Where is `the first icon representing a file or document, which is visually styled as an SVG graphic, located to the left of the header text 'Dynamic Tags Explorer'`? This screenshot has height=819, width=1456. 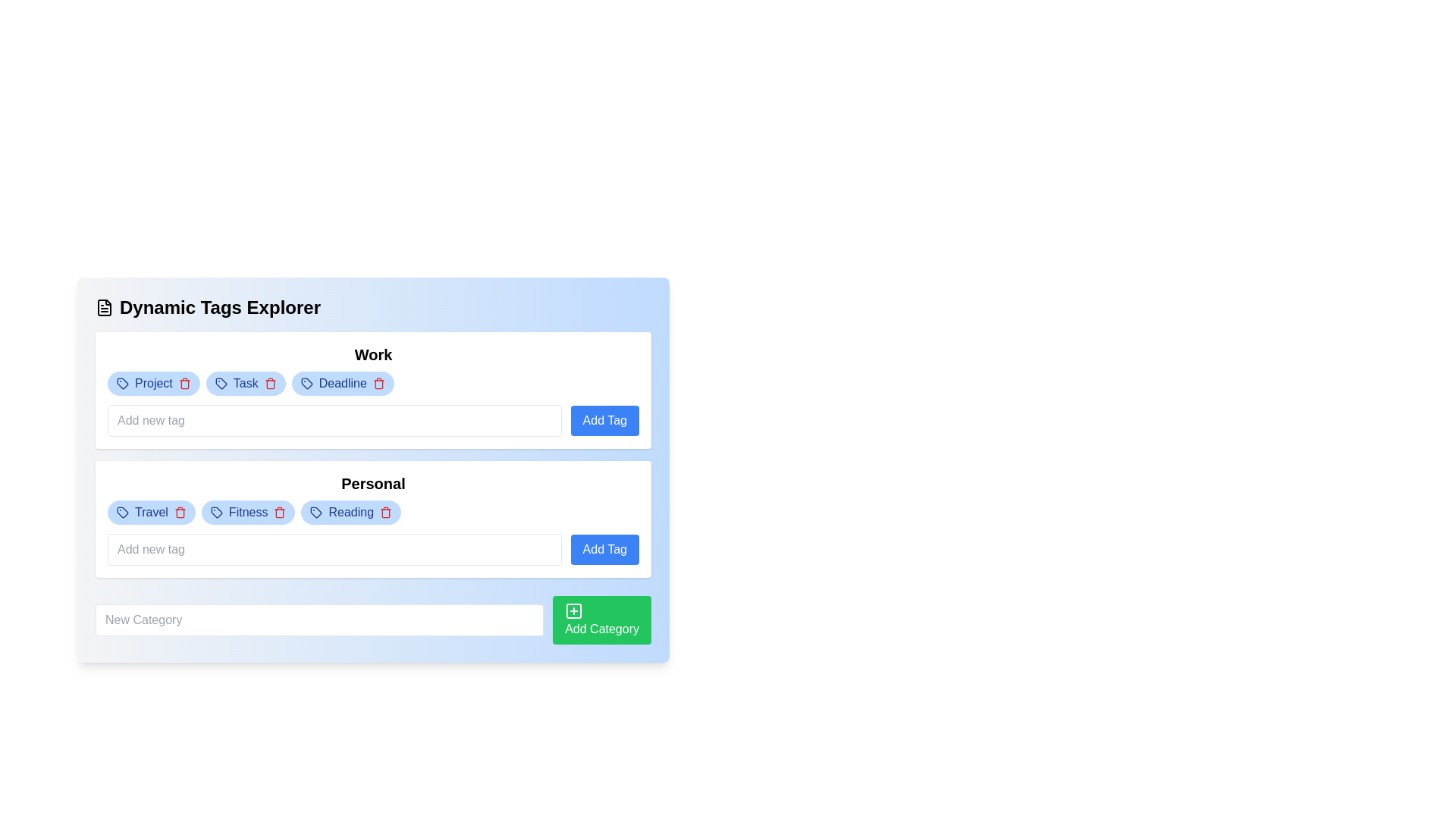
the first icon representing a file or document, which is visually styled as an SVG graphic, located to the left of the header text 'Dynamic Tags Explorer' is located at coordinates (104, 307).